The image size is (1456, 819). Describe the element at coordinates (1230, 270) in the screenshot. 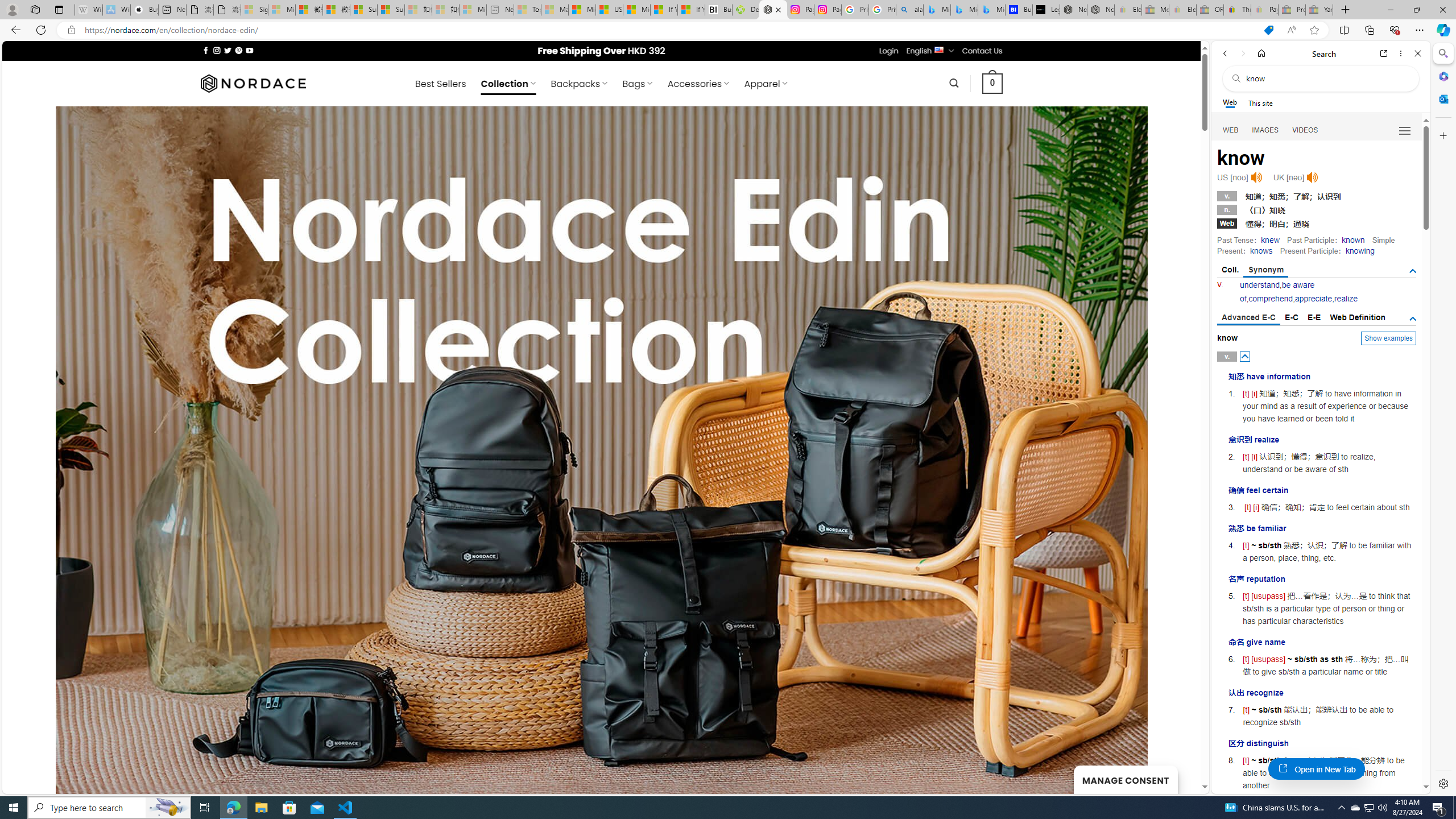

I see `'Coll.'` at that location.